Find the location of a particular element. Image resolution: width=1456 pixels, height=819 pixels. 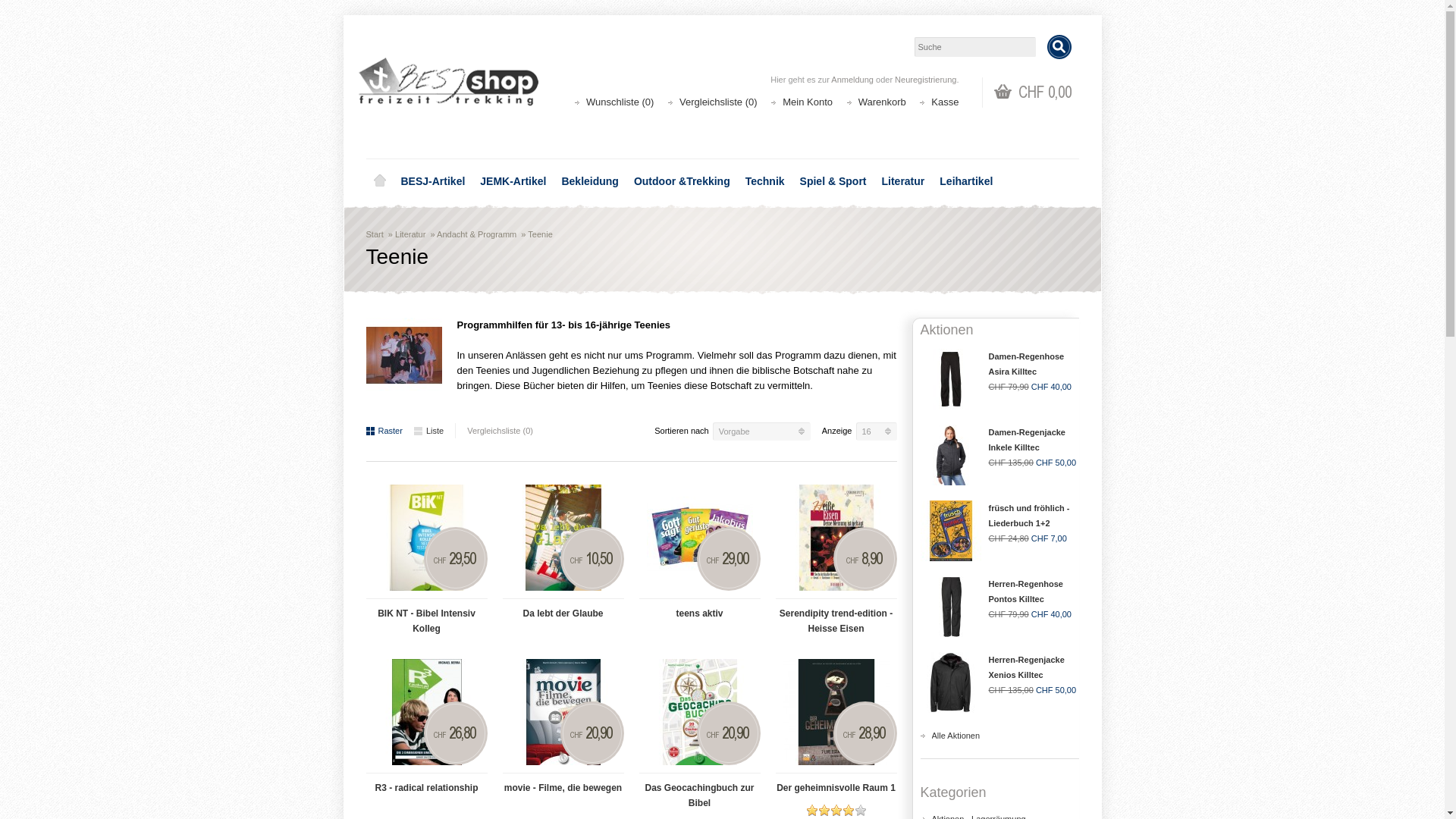

'movie - Filme, die bewegen' is located at coordinates (562, 783).